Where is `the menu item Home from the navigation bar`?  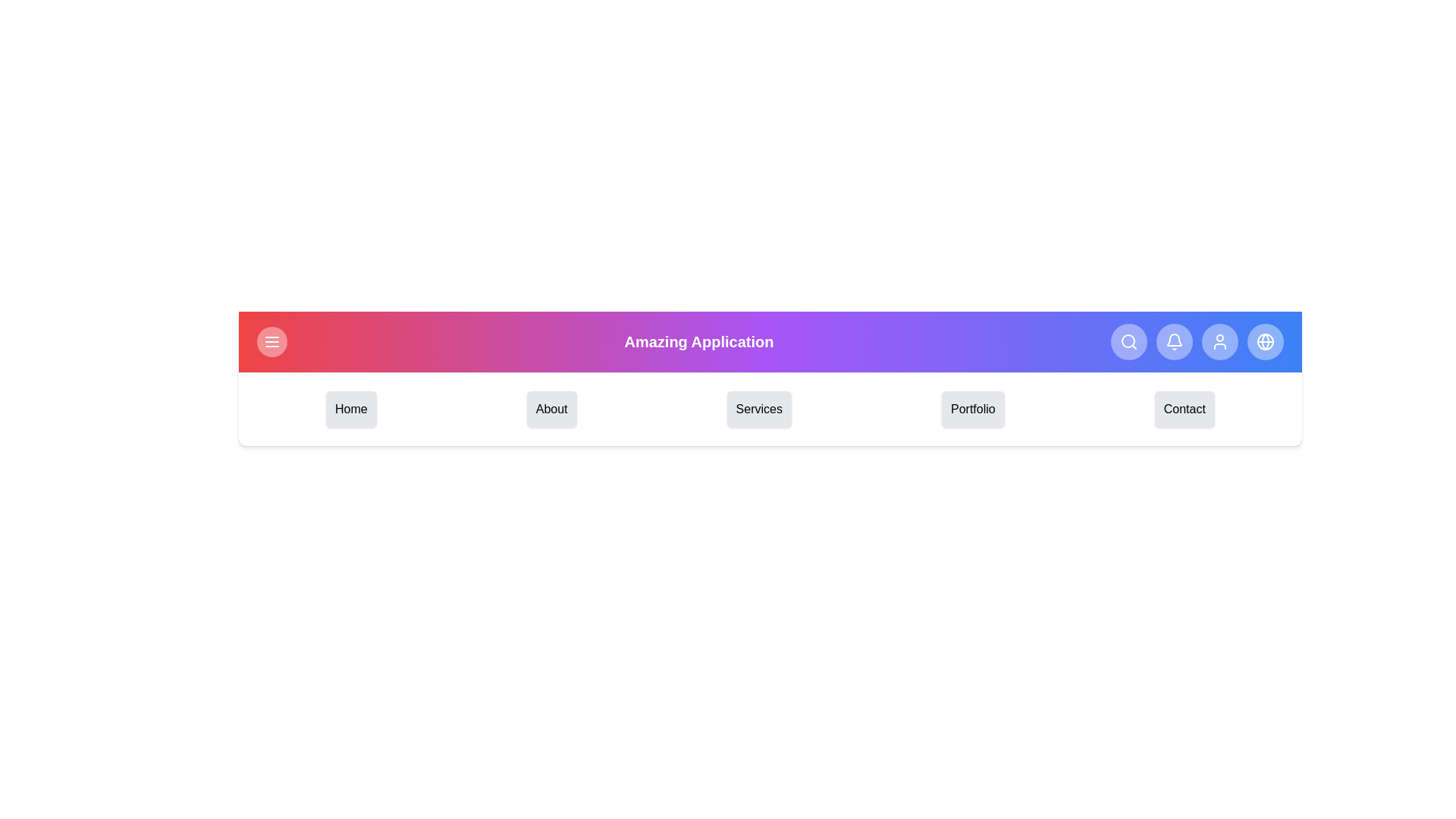 the menu item Home from the navigation bar is located at coordinates (350, 409).